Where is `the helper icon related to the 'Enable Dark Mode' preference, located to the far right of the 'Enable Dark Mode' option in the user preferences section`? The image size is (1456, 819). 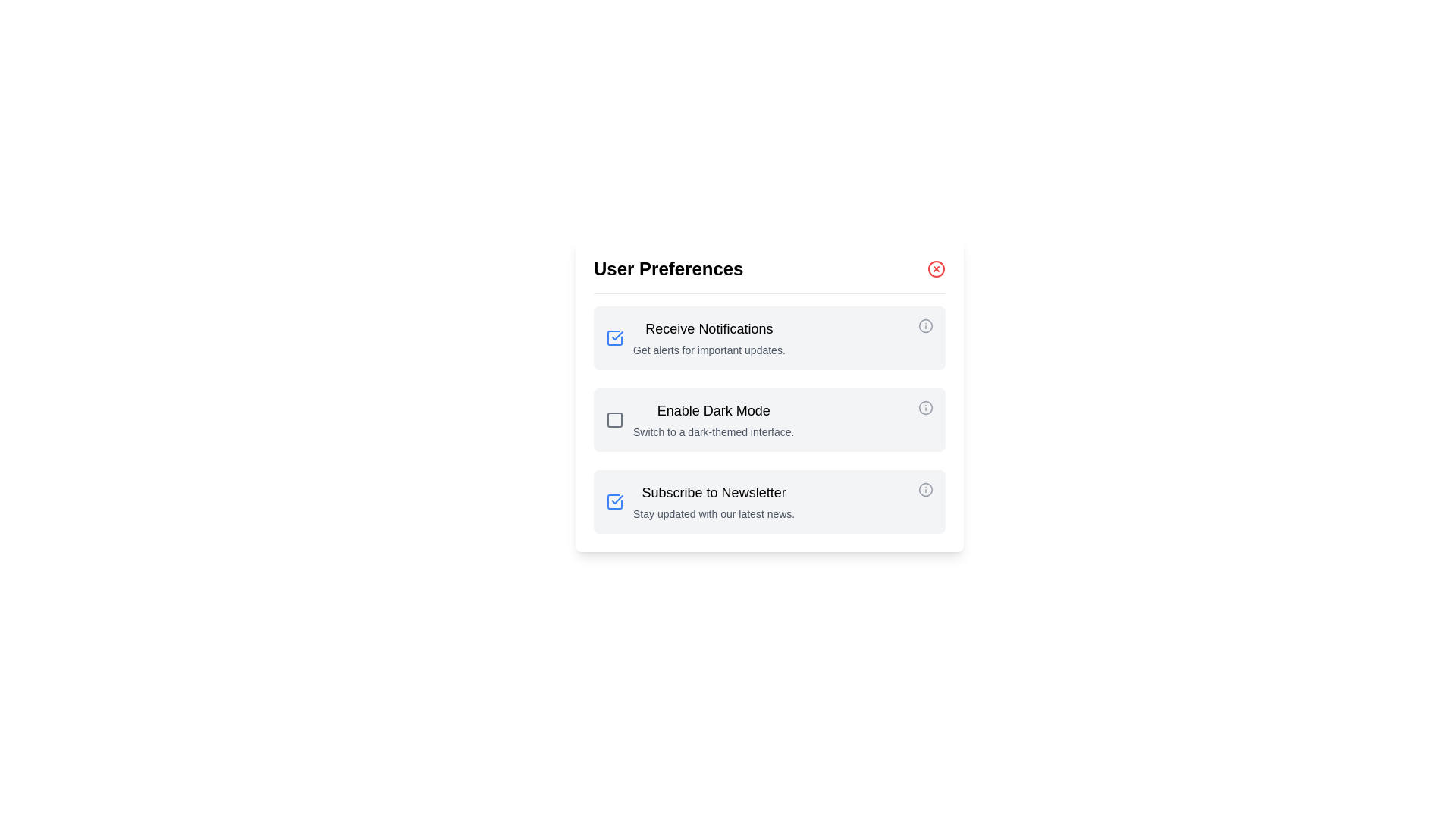 the helper icon related to the 'Enable Dark Mode' preference, located to the far right of the 'Enable Dark Mode' option in the user preferences section is located at coordinates (924, 406).